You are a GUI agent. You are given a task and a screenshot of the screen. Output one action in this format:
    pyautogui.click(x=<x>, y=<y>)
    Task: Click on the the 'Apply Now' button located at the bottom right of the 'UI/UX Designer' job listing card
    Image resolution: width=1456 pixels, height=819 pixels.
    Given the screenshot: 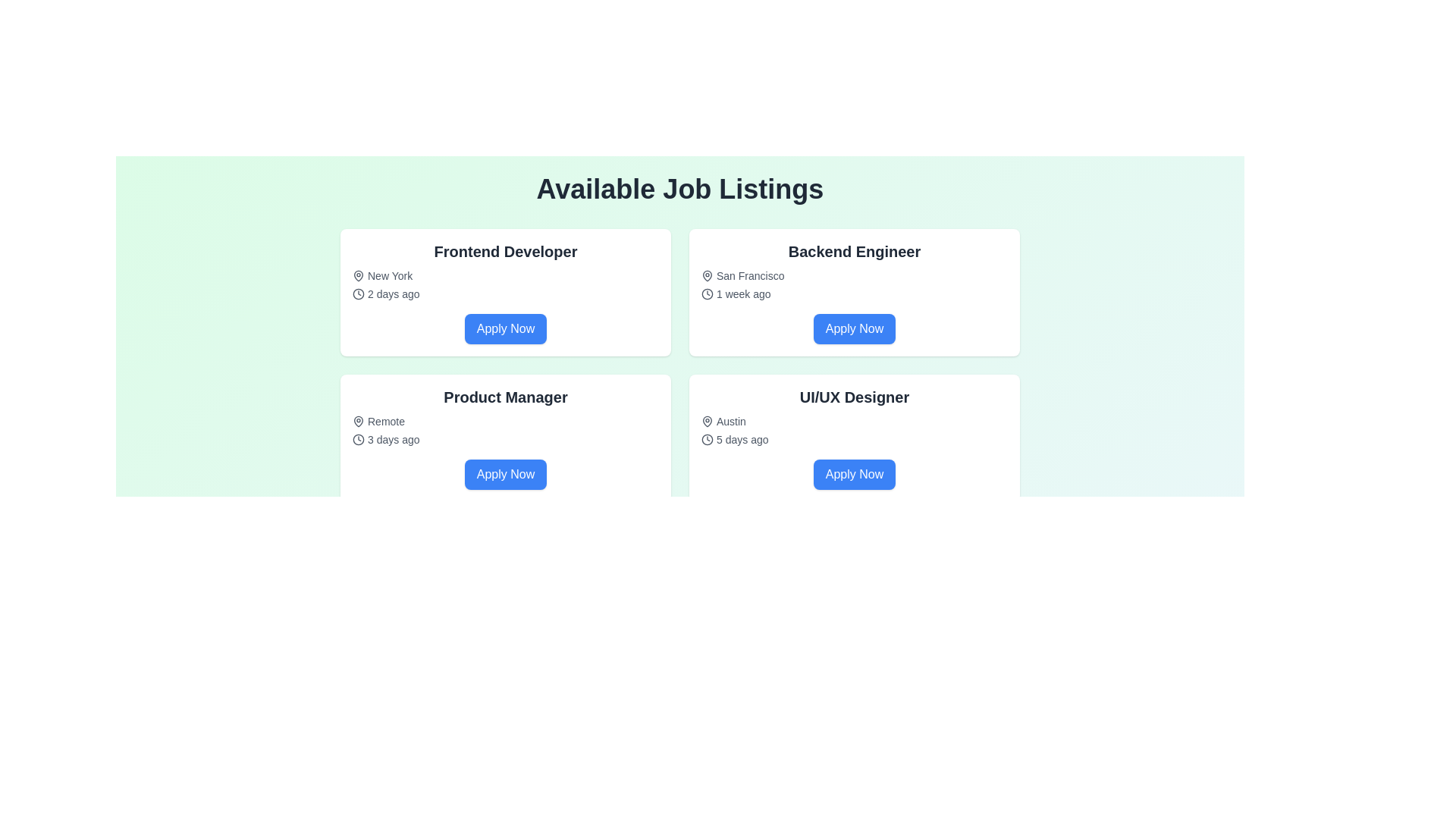 What is the action you would take?
    pyautogui.click(x=855, y=473)
    